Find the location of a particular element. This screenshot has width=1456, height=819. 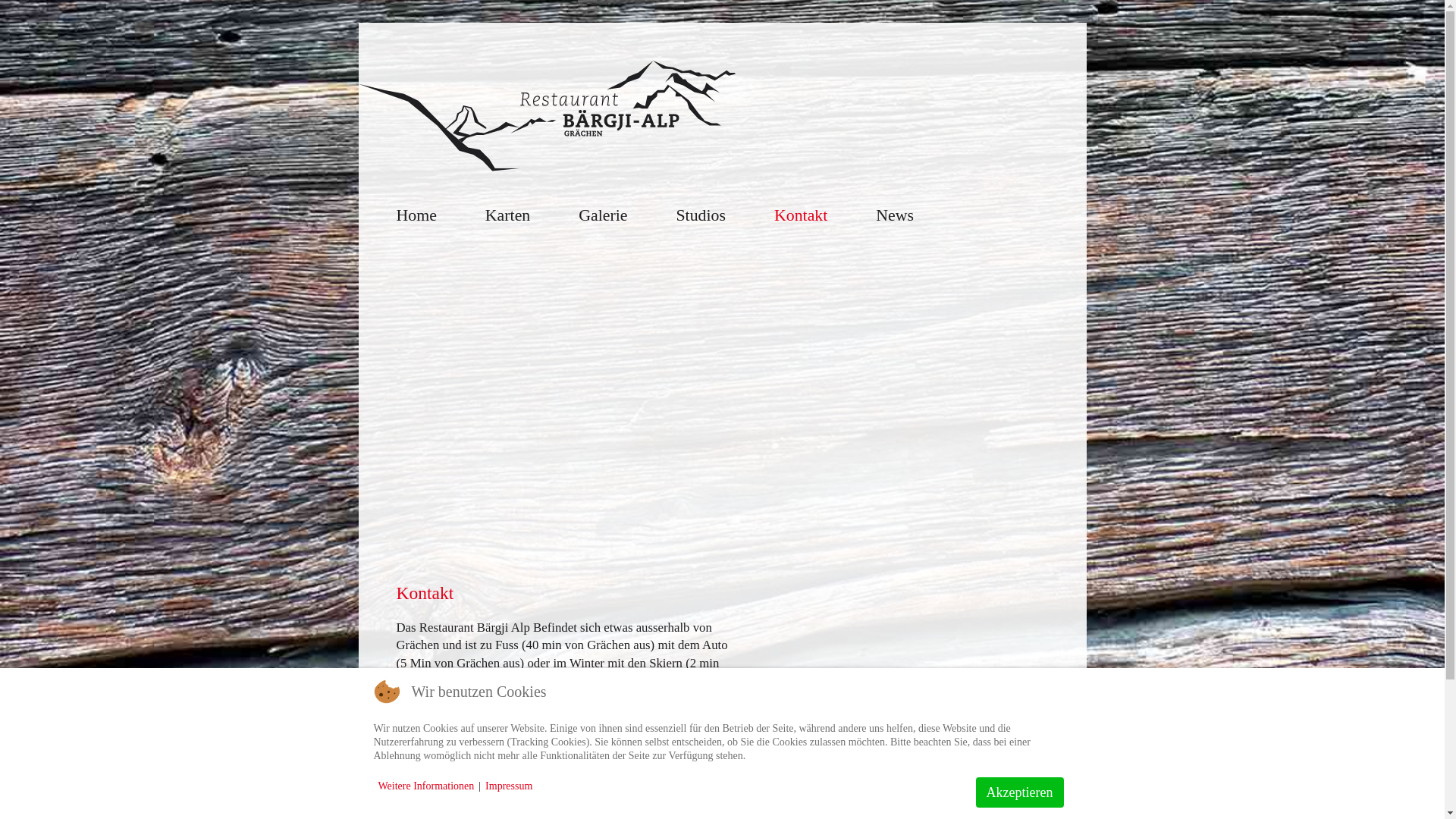

'News' is located at coordinates (895, 215).